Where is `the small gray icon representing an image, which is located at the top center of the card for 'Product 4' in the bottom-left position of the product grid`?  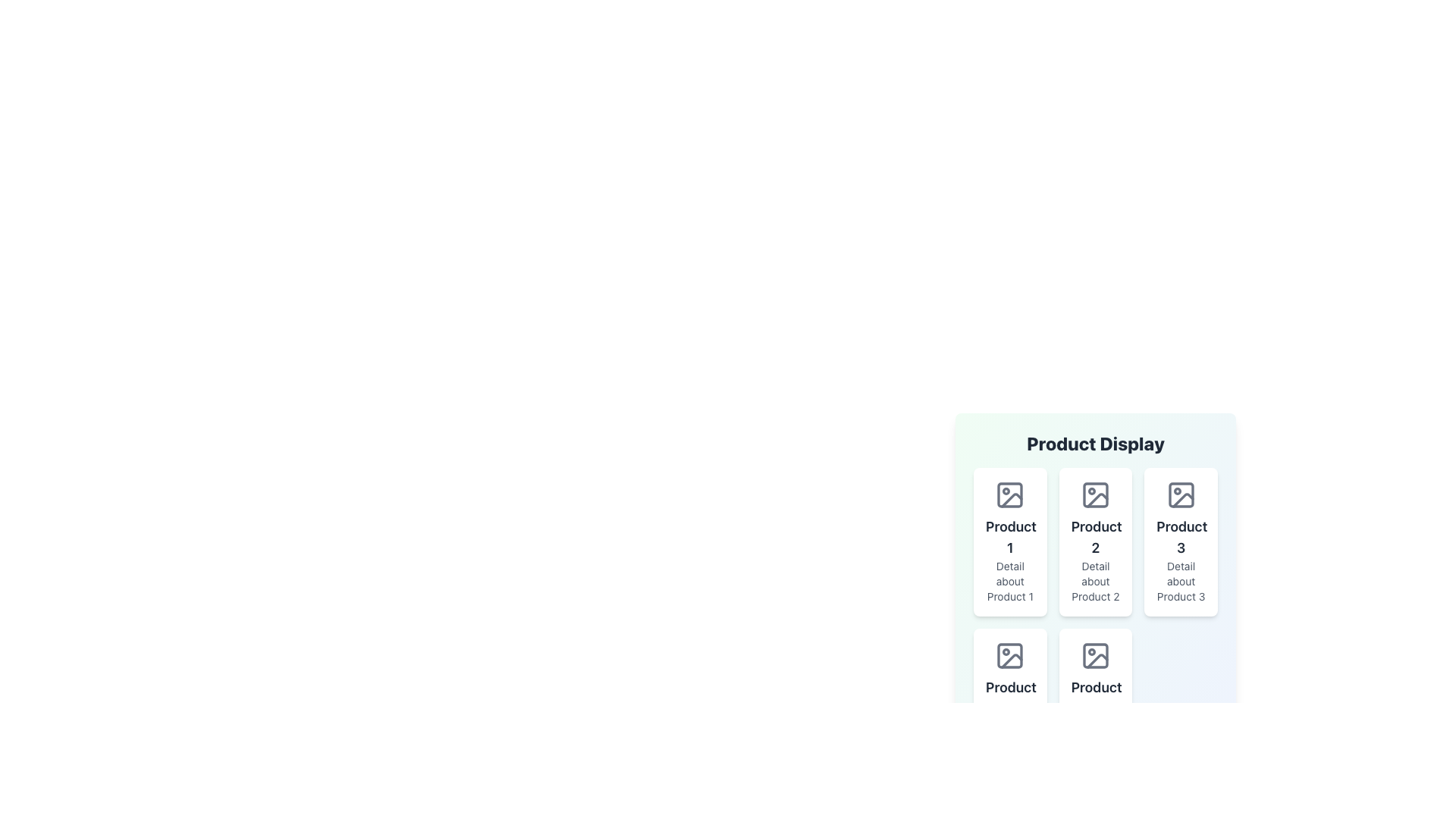
the small gray icon representing an image, which is located at the top center of the card for 'Product 4' in the bottom-left position of the product grid is located at coordinates (1010, 654).